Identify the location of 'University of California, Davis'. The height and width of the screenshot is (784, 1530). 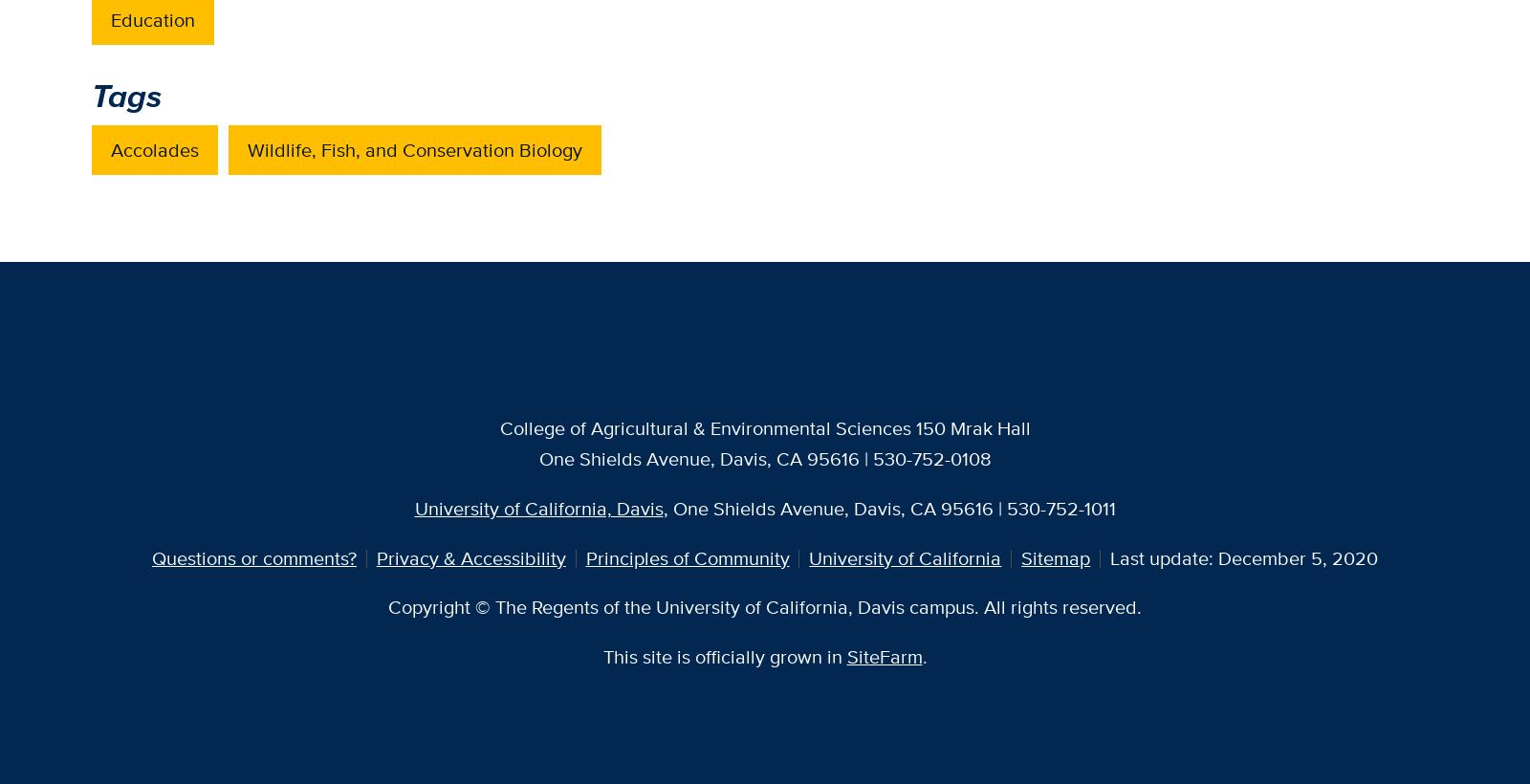
(537, 507).